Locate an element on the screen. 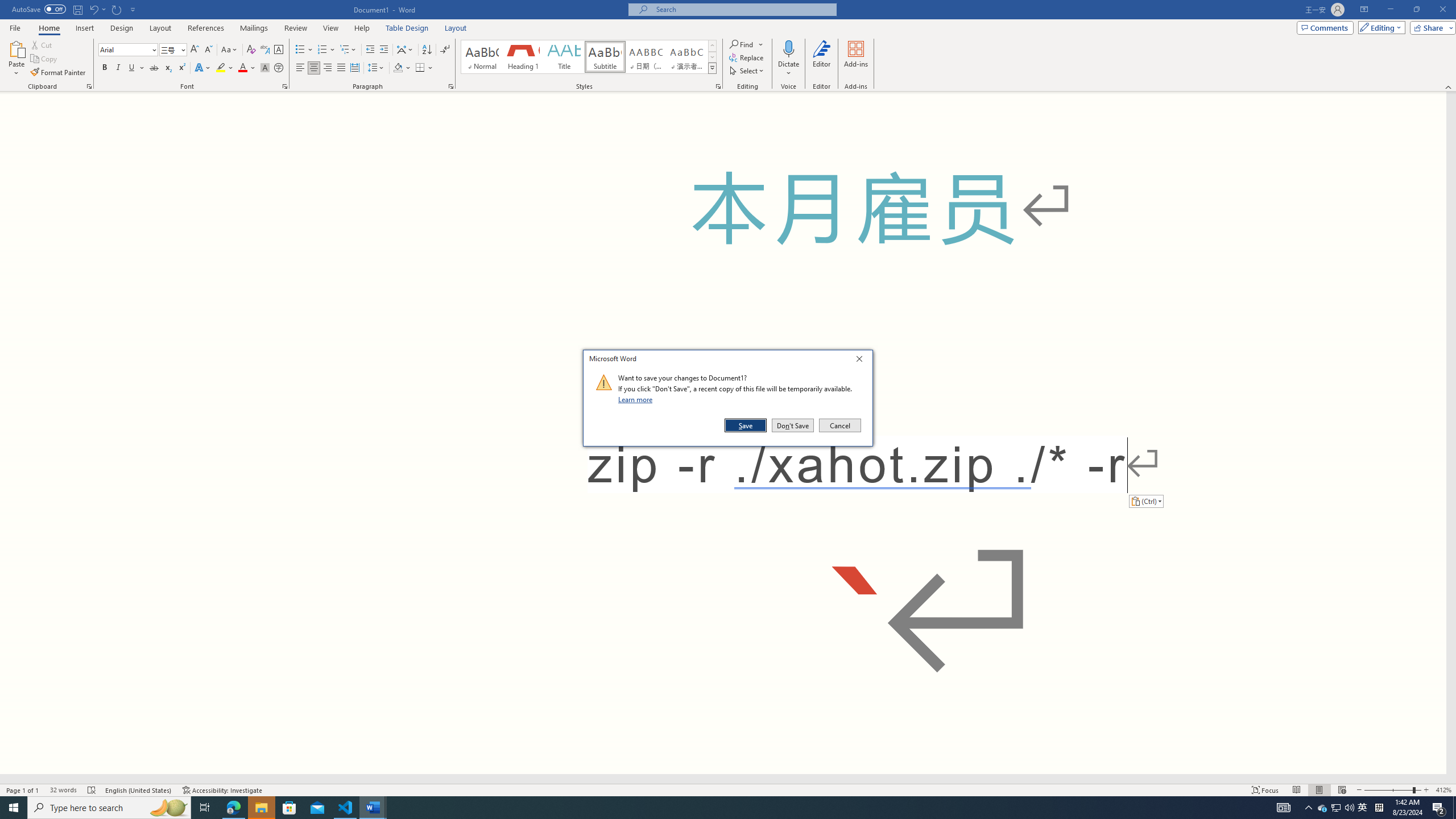 This screenshot has width=1456, height=819. 'Replace...' is located at coordinates (747, 56).